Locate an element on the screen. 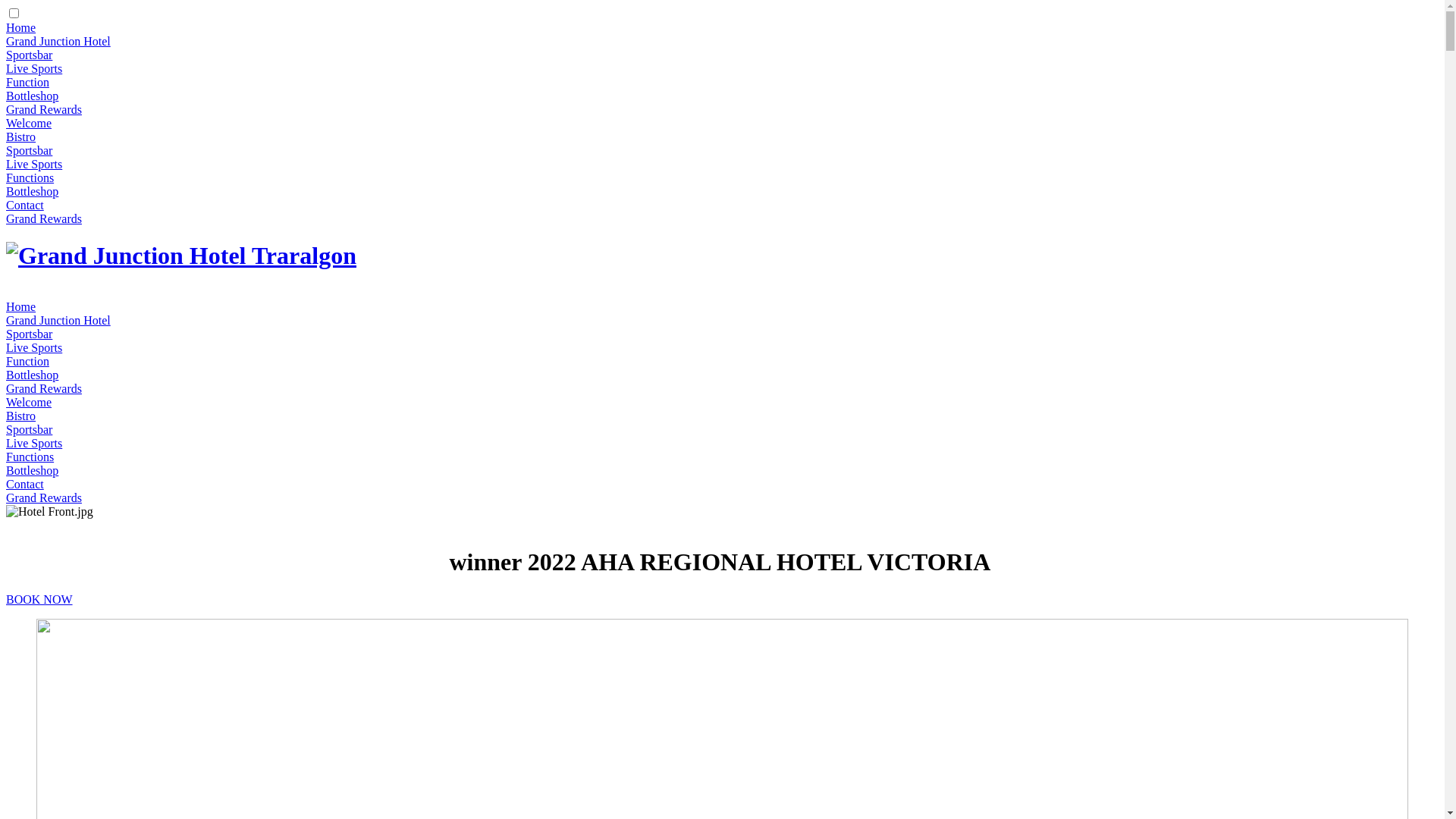  'Live Sports' is located at coordinates (33, 164).